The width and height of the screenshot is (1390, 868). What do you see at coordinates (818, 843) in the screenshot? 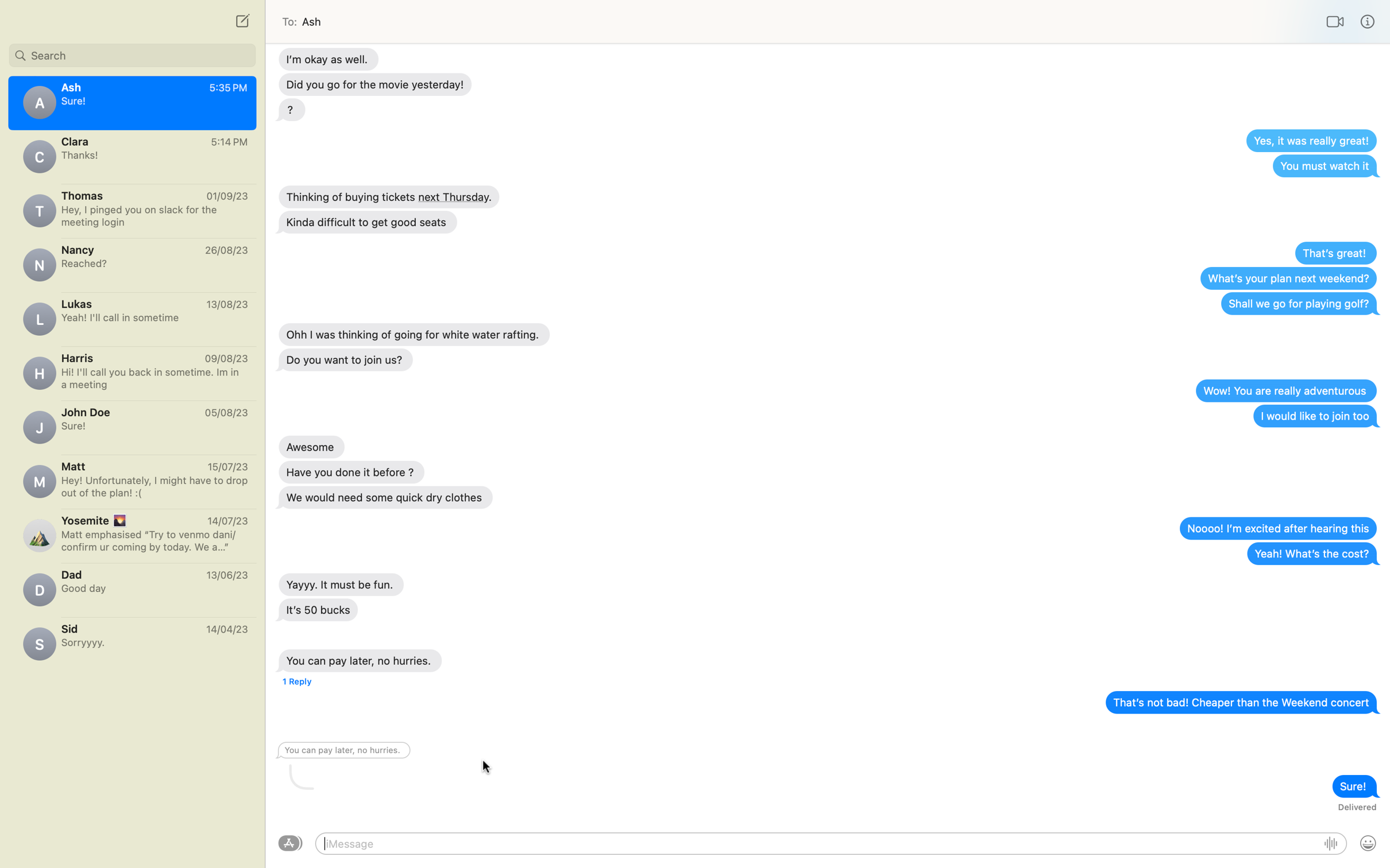
I see `Send Ash a greeting "Good Day"` at bounding box center [818, 843].